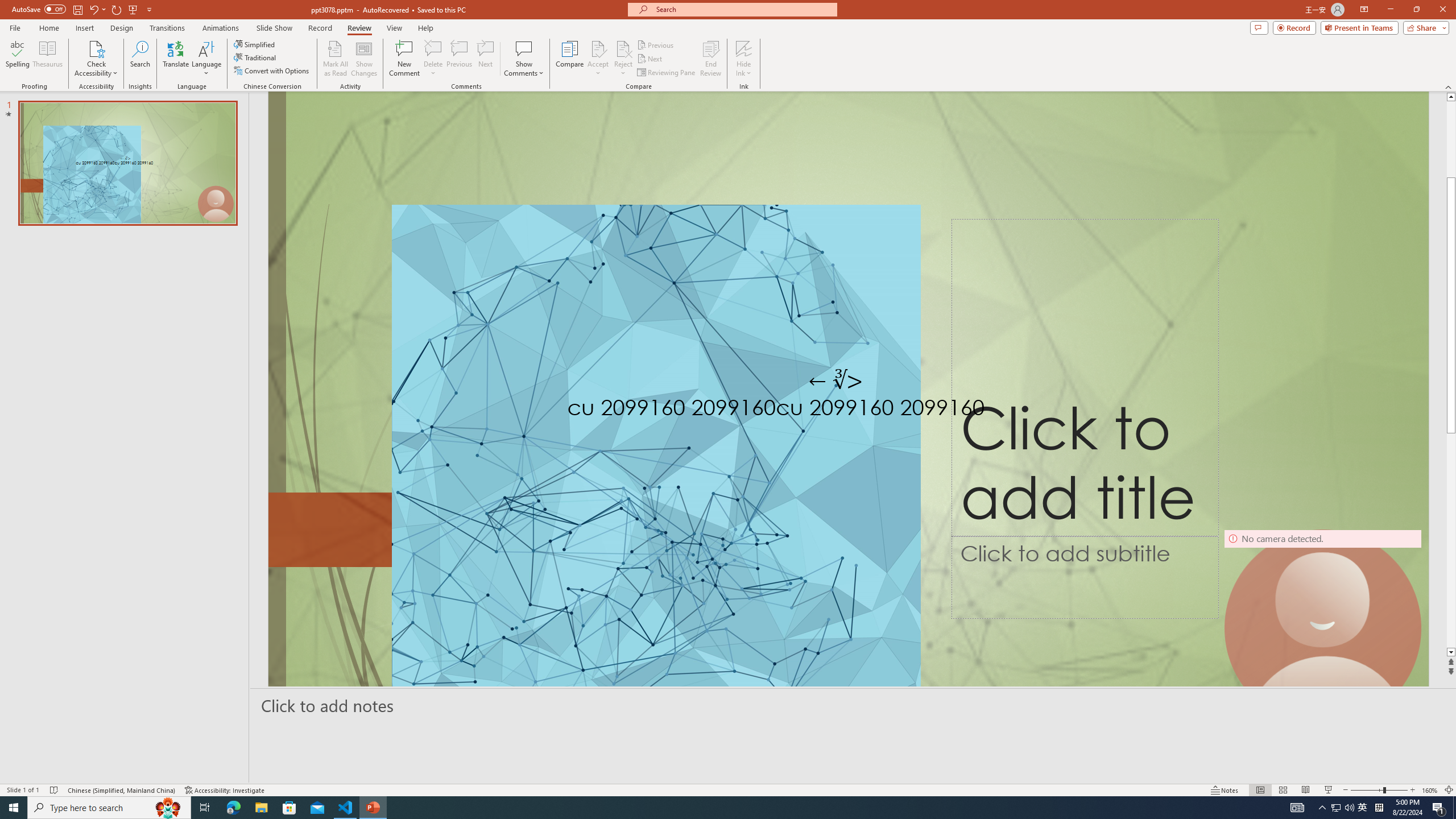  I want to click on 'Accessibility Checker Accessibility: Investigate', so click(225, 790).